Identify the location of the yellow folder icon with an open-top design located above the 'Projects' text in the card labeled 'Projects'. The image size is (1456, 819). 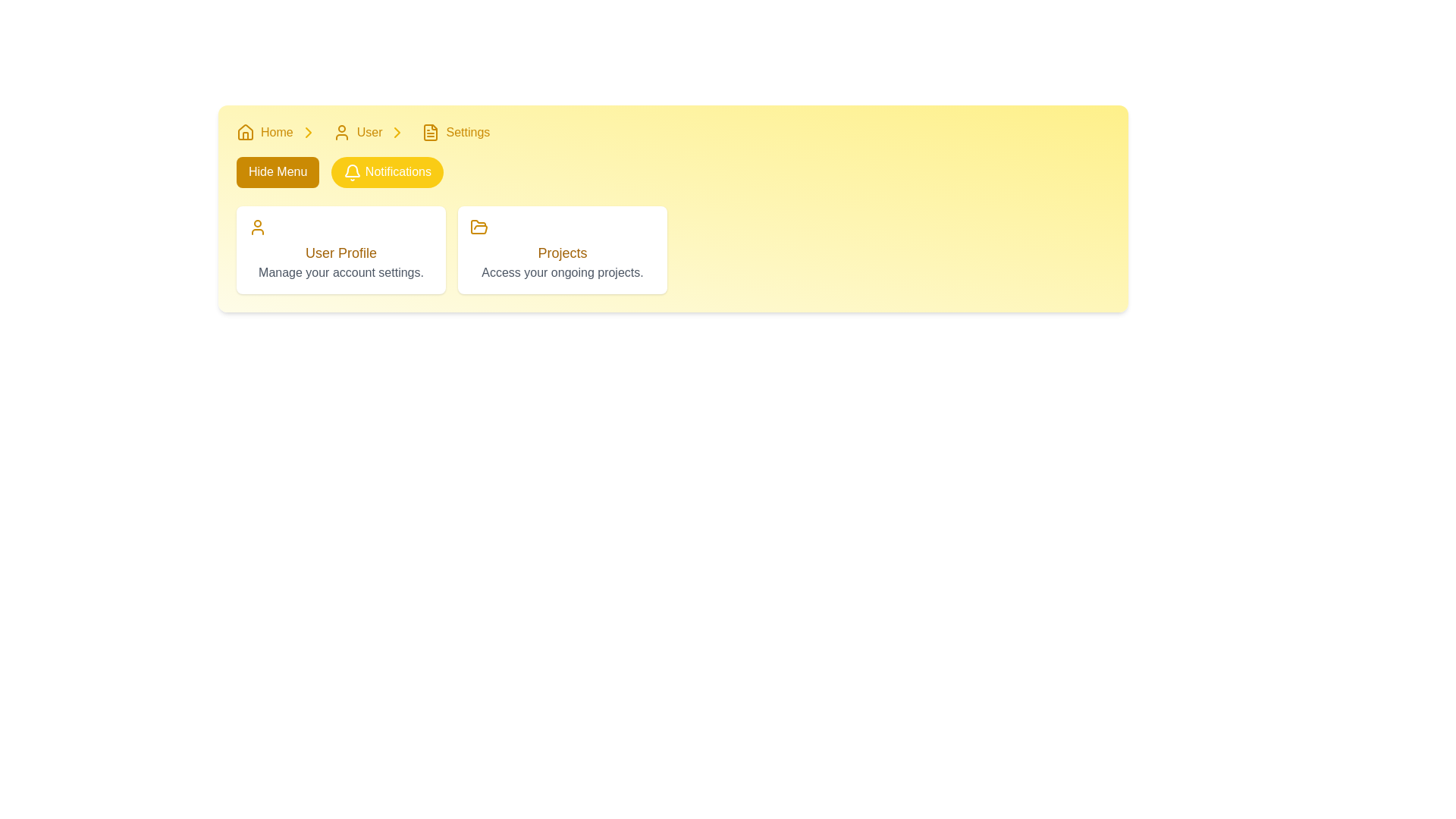
(479, 227).